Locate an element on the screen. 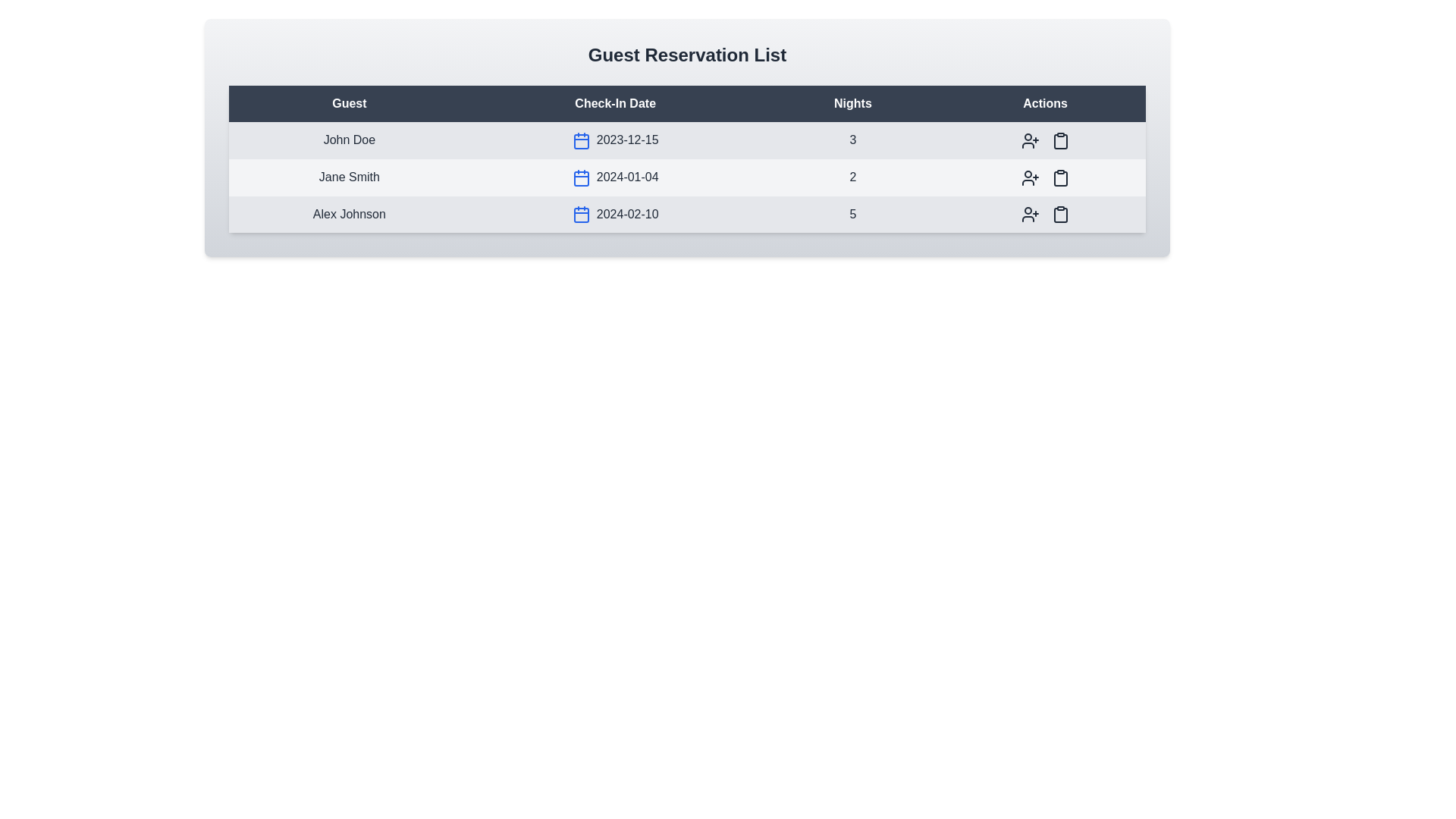 The height and width of the screenshot is (819, 1456). the Icon button in the first row of the 'Actions' column is located at coordinates (1030, 140).